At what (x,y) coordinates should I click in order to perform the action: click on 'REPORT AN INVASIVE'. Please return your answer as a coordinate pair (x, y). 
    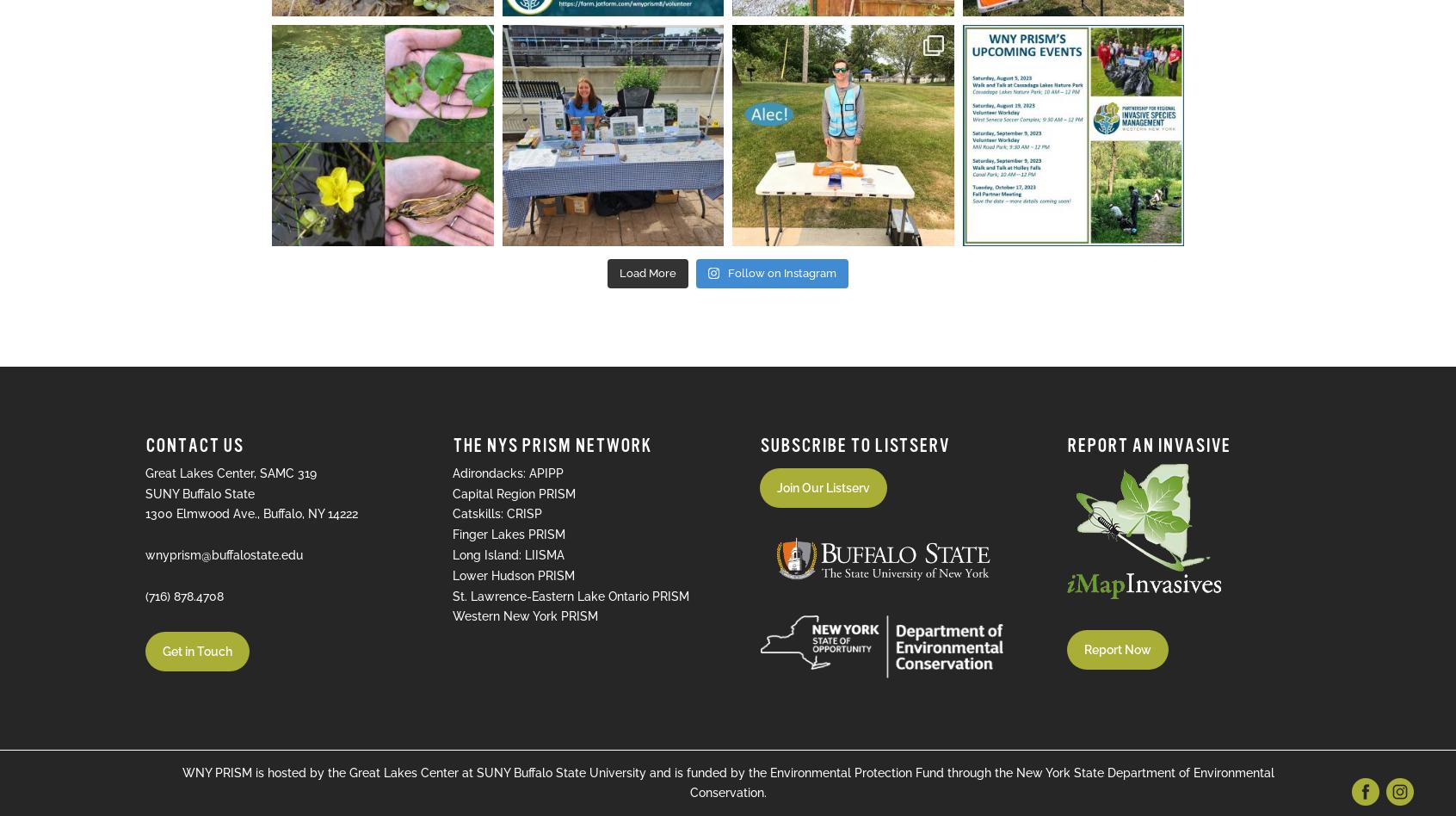
    Looking at the image, I should click on (1147, 444).